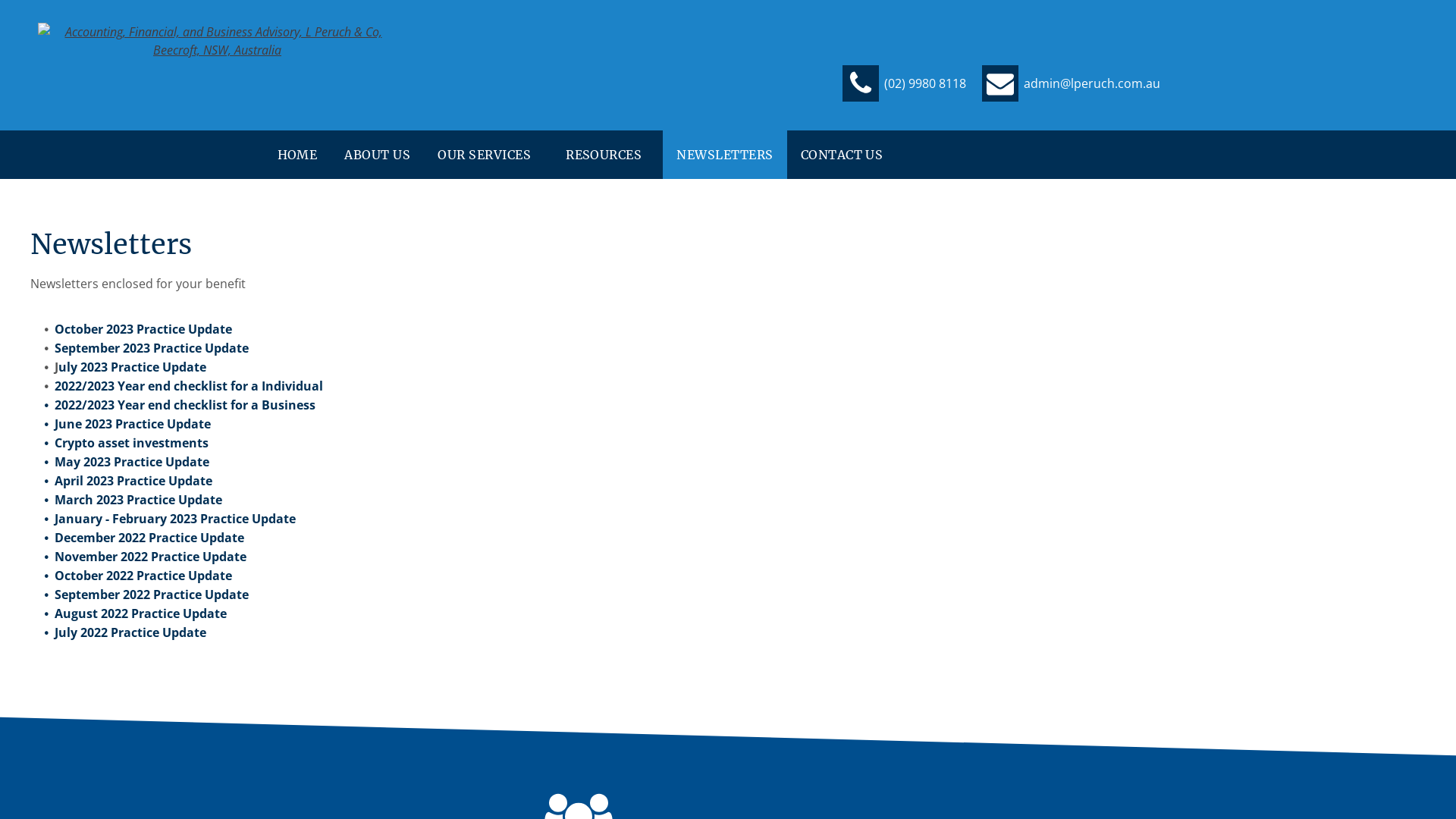 The width and height of the screenshot is (1456, 819). Describe the element at coordinates (143, 576) in the screenshot. I see `'October 2022 Practice Update'` at that location.